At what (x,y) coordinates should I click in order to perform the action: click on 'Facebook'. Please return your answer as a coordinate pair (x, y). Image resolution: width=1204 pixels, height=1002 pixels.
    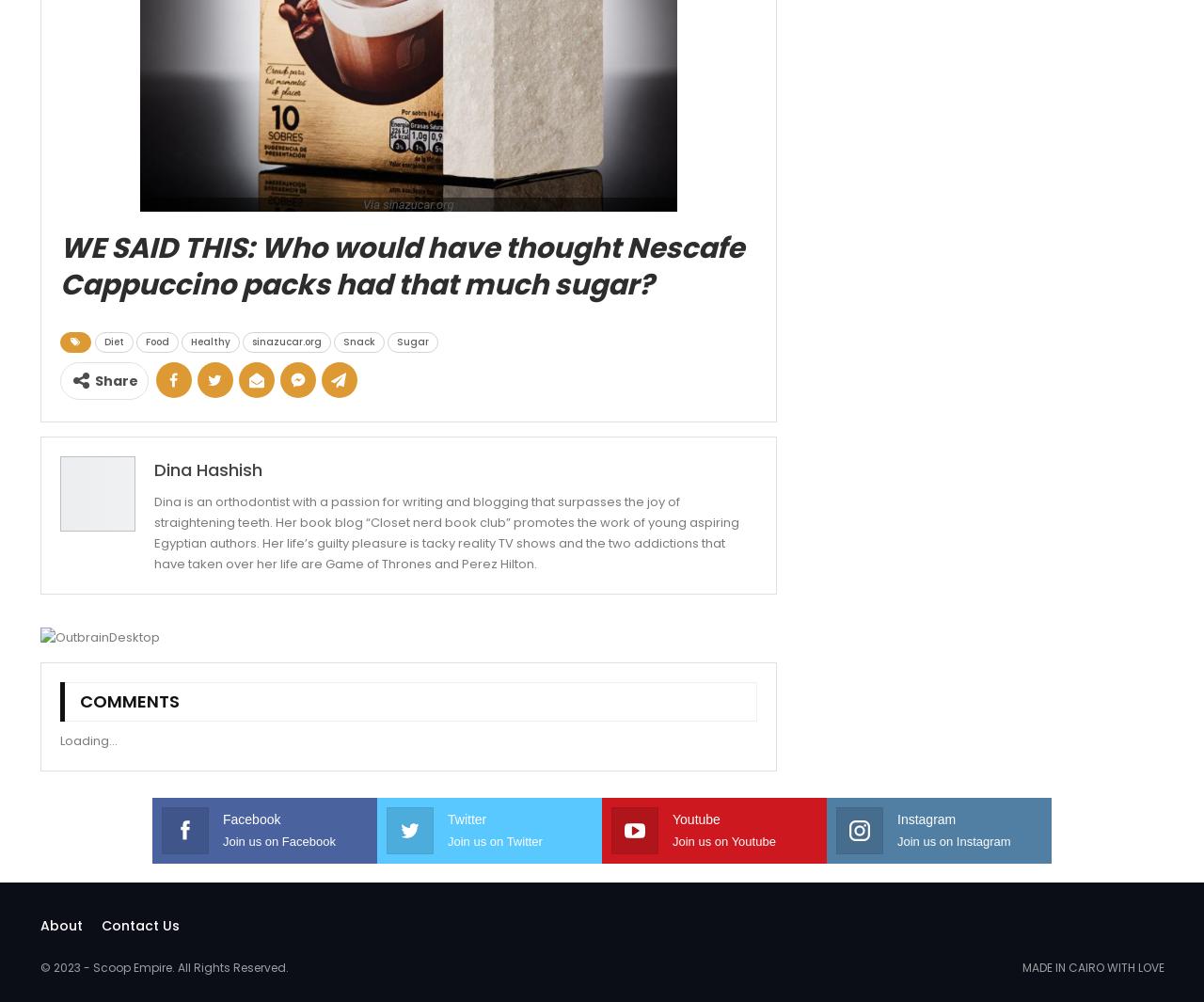
    Looking at the image, I should click on (223, 818).